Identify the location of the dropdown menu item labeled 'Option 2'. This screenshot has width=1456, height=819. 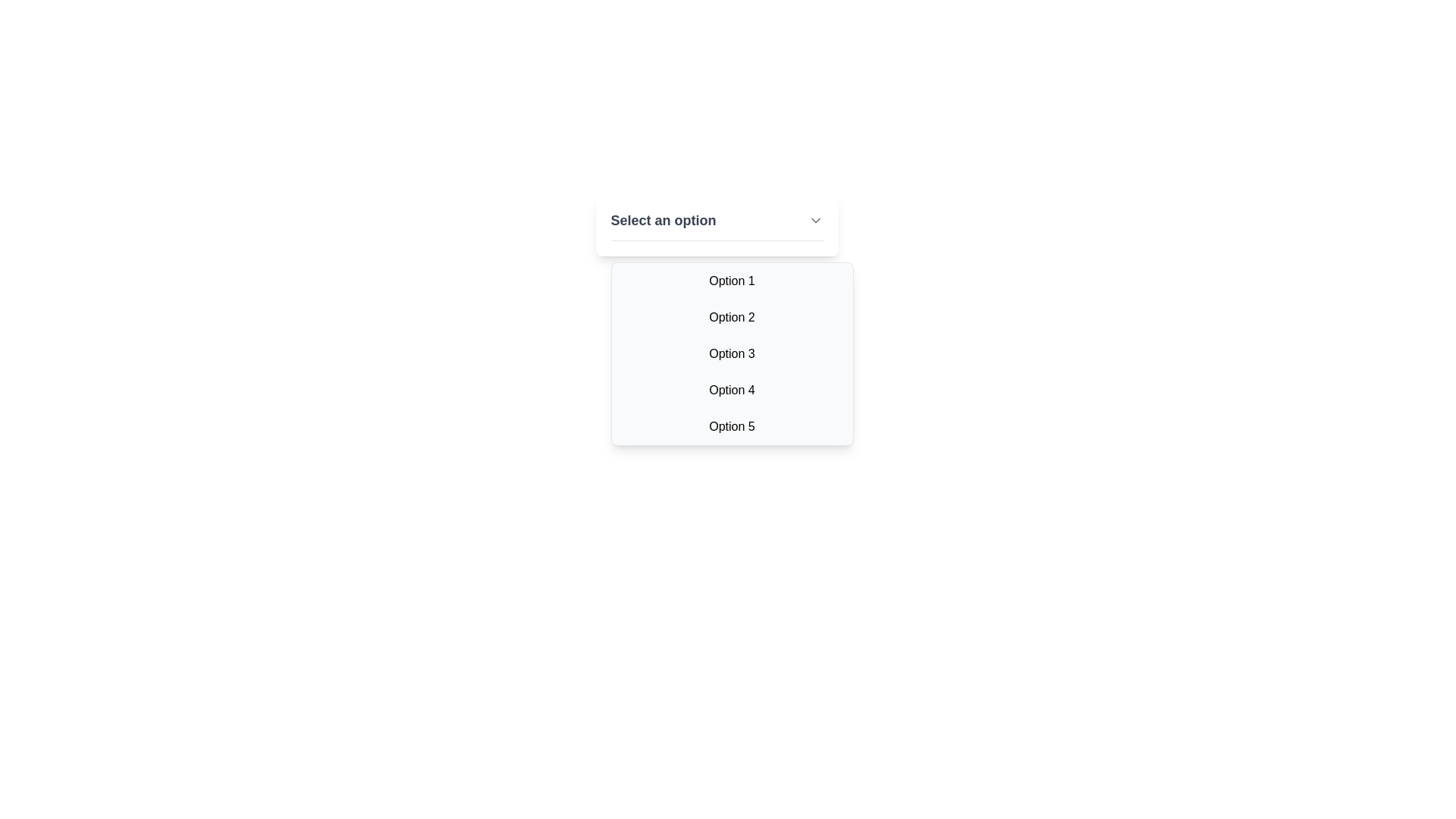
(732, 317).